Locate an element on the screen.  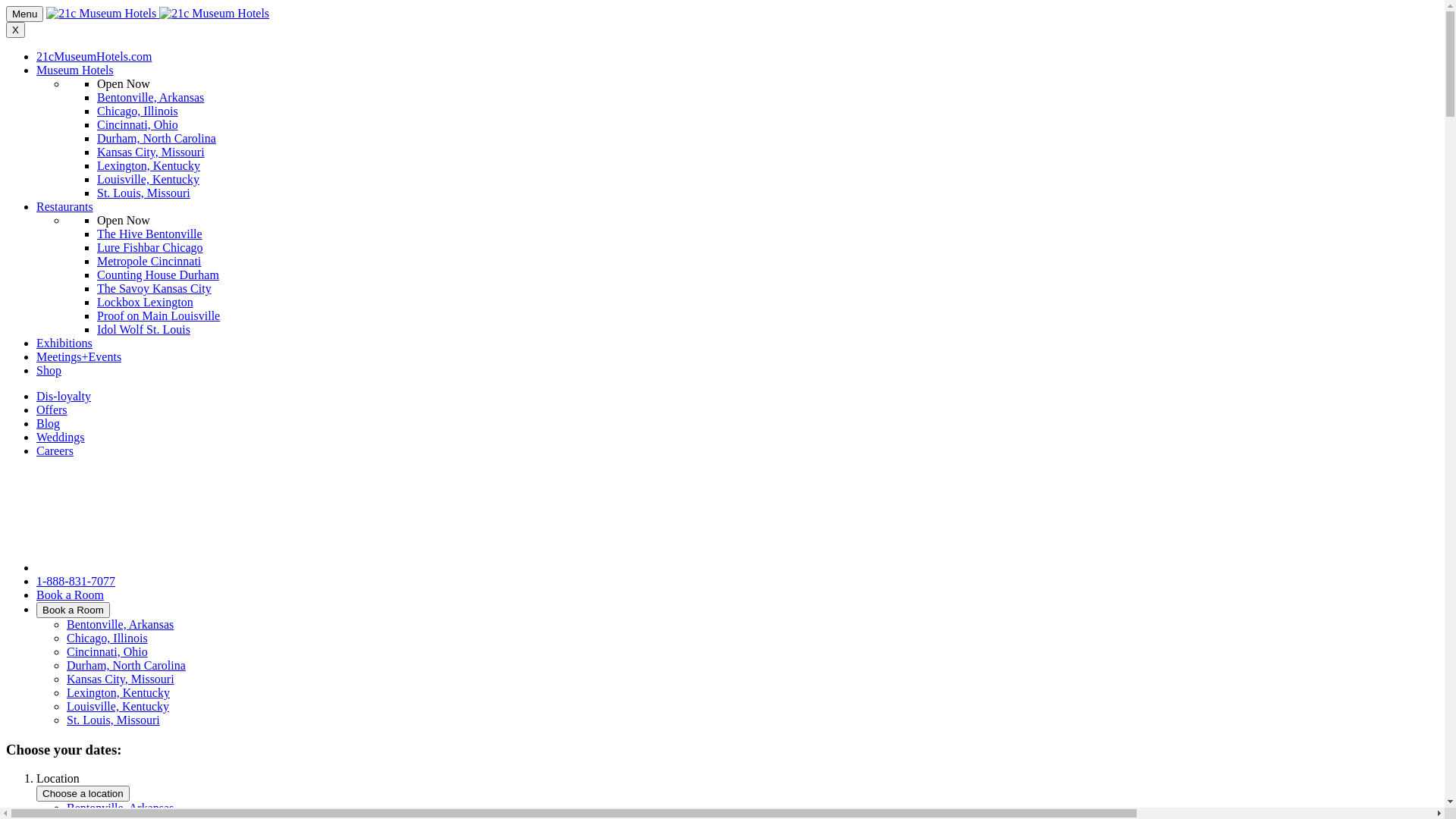
'Lockbox Lexington' is located at coordinates (145, 302).